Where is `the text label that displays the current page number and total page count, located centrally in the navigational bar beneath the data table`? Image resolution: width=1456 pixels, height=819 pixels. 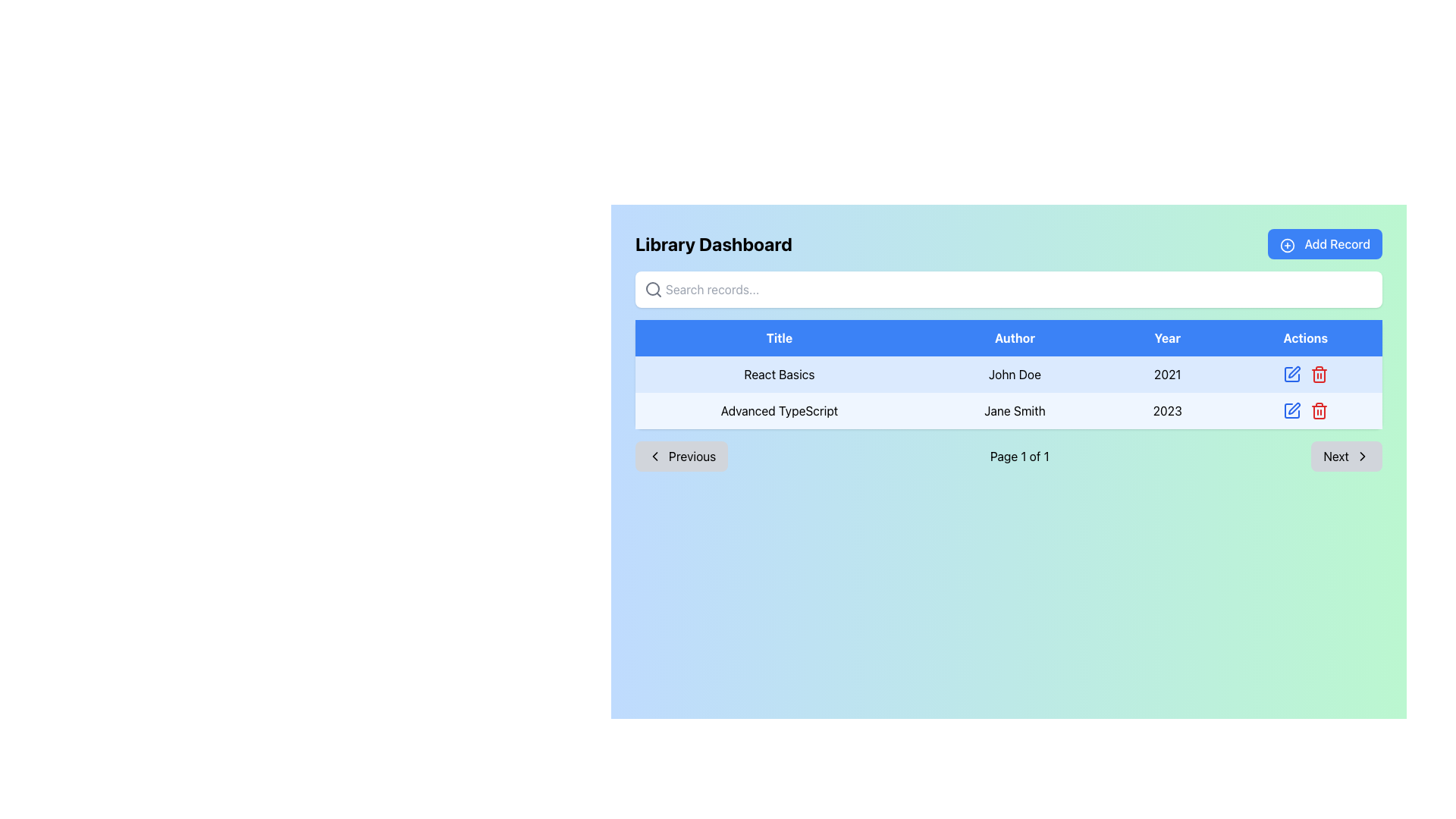 the text label that displays the current page number and total page count, located centrally in the navigational bar beneath the data table is located at coordinates (1019, 455).